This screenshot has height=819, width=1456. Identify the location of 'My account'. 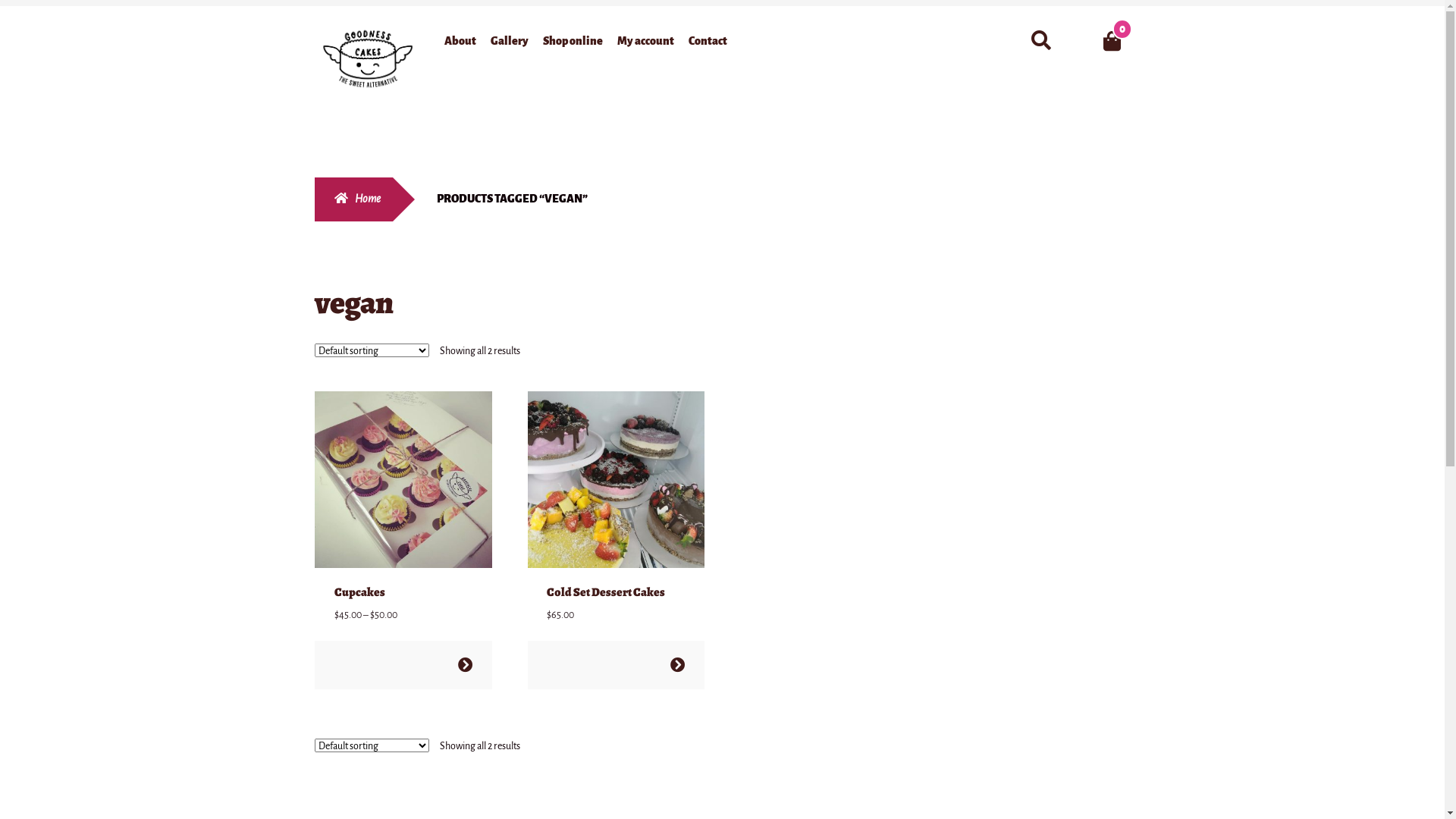
(645, 42).